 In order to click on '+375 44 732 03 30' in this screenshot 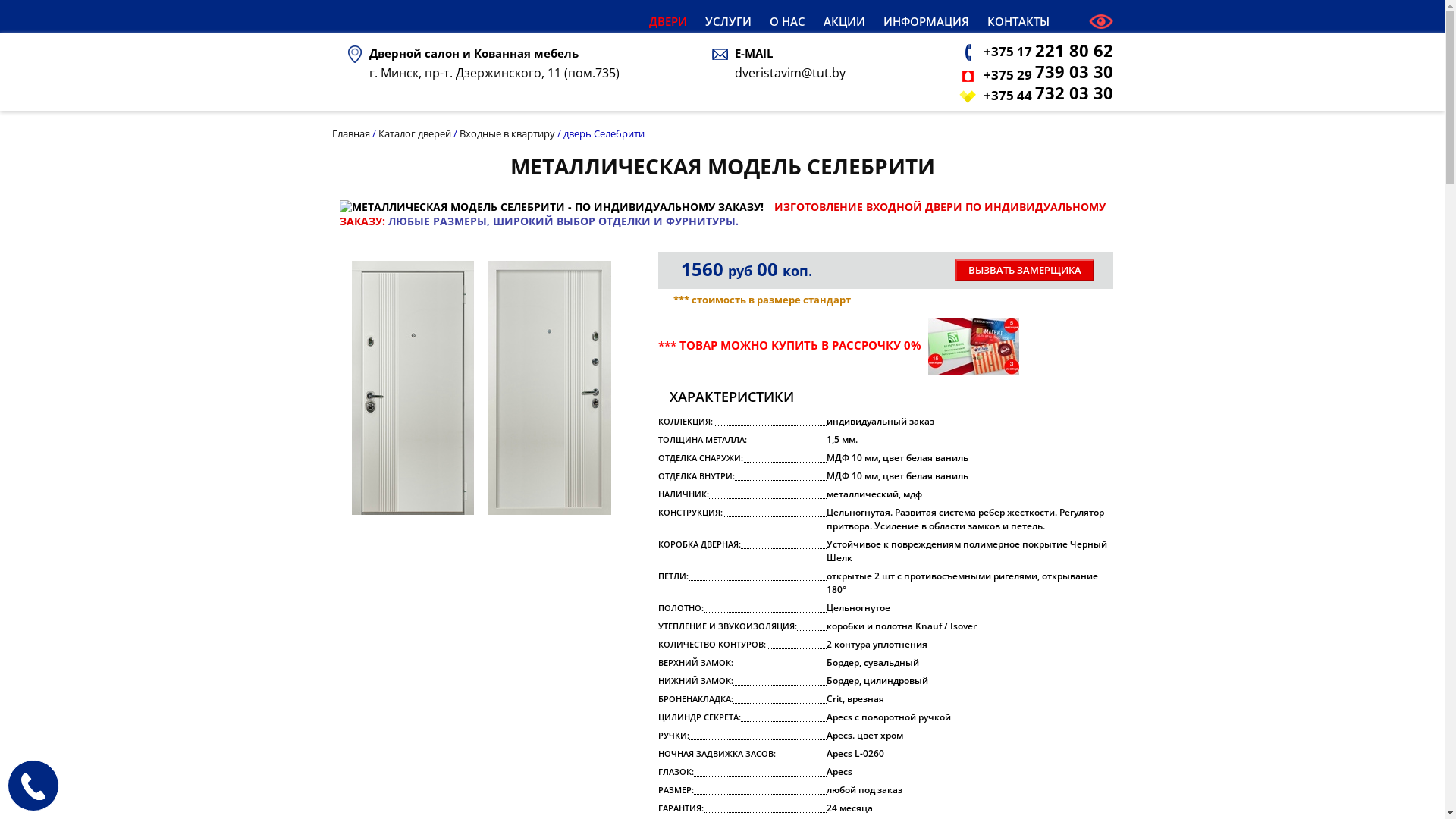, I will do `click(983, 95)`.